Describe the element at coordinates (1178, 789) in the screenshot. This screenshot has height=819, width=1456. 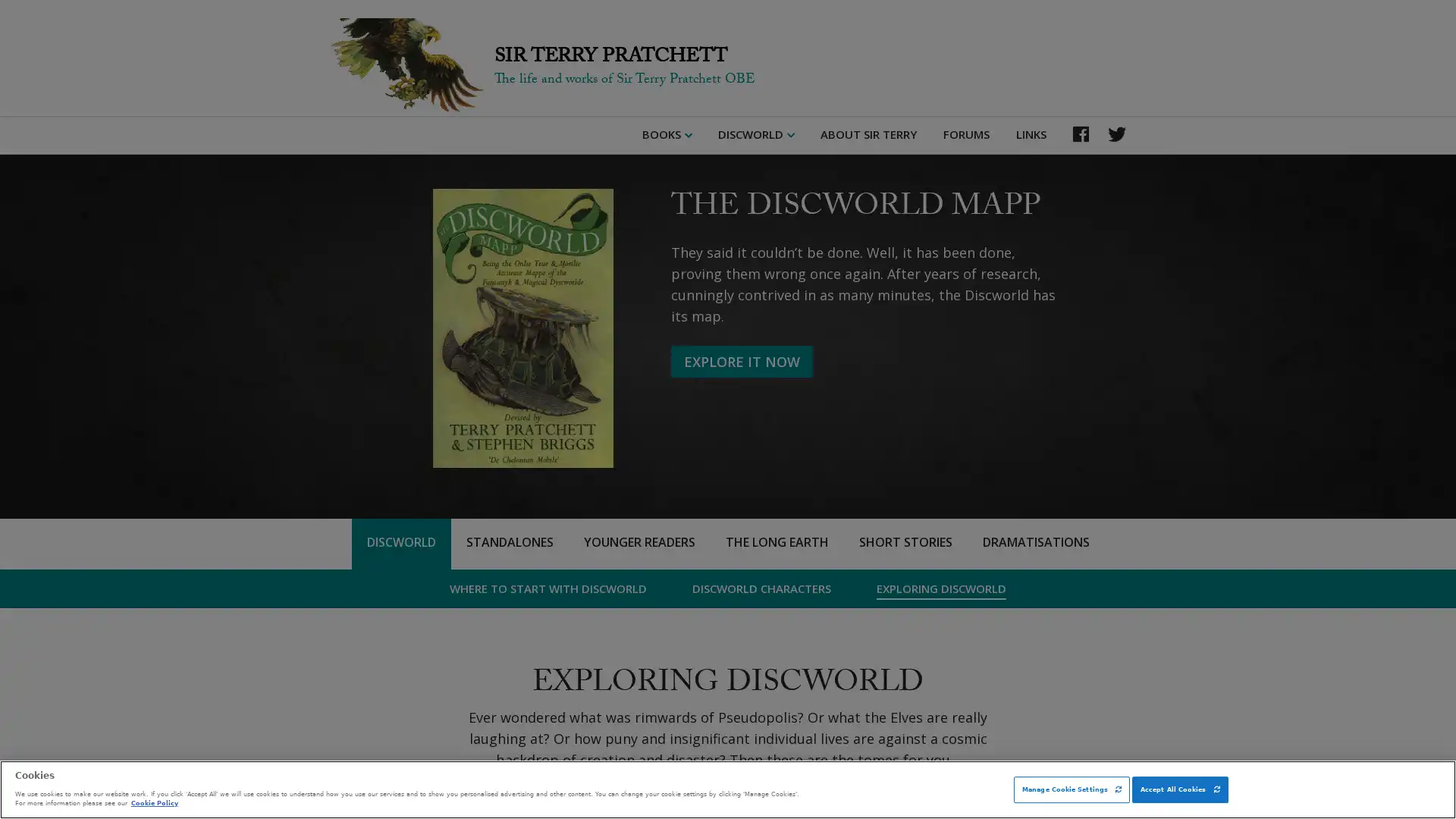
I see `Accept All Cookies` at that location.